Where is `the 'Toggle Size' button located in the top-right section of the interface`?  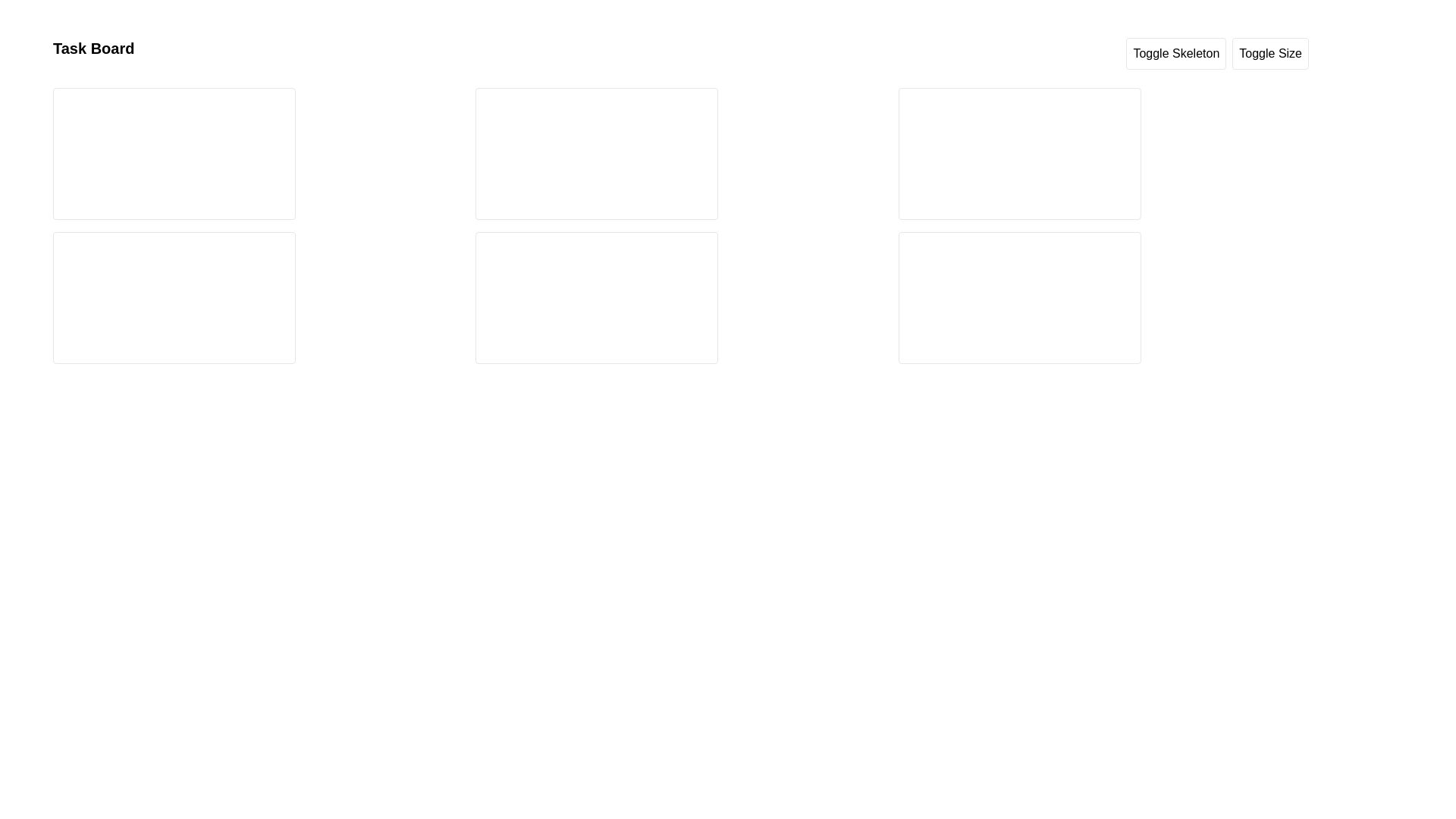 the 'Toggle Size' button located in the top-right section of the interface is located at coordinates (1270, 52).